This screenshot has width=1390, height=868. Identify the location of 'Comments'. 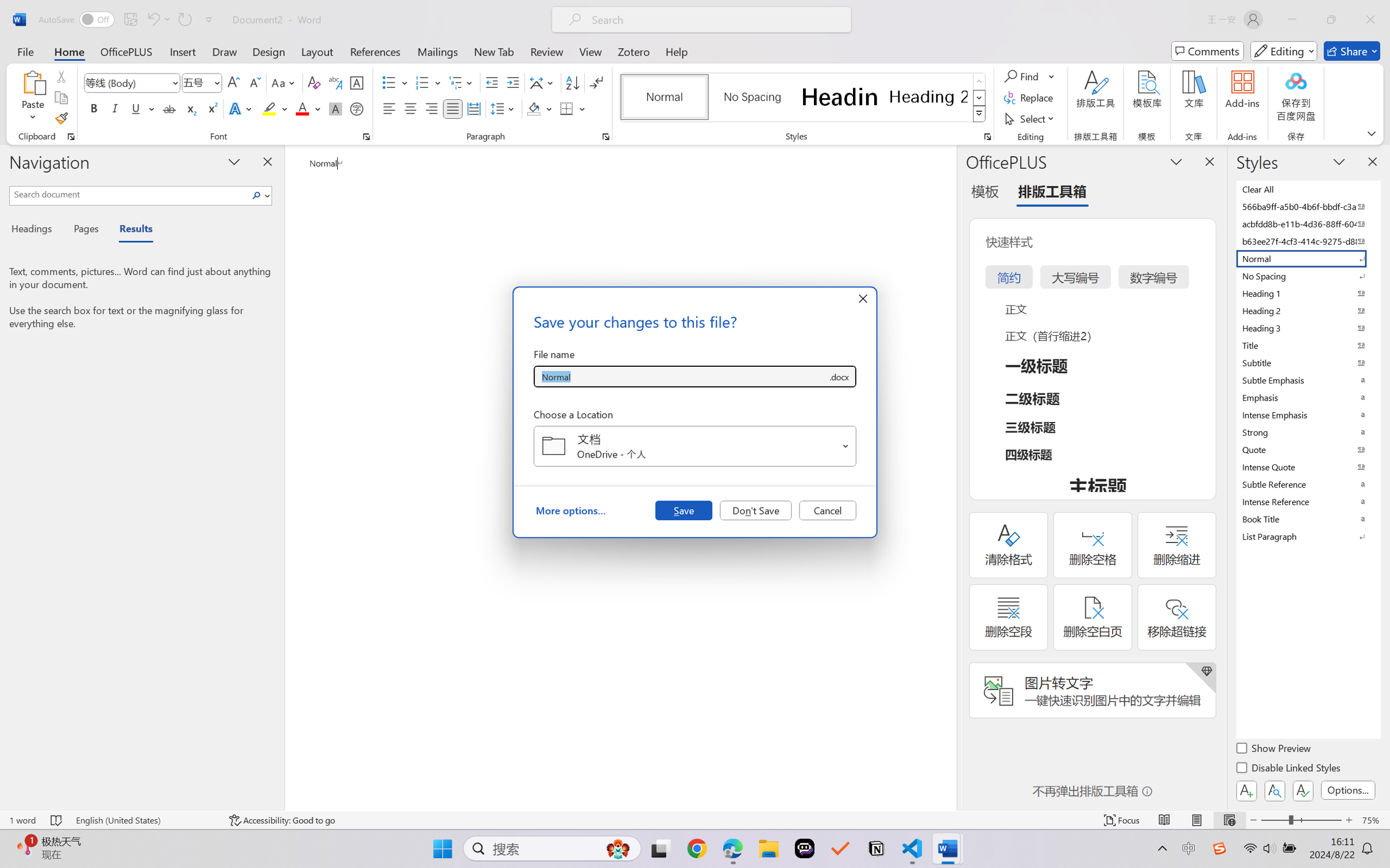
(1207, 51).